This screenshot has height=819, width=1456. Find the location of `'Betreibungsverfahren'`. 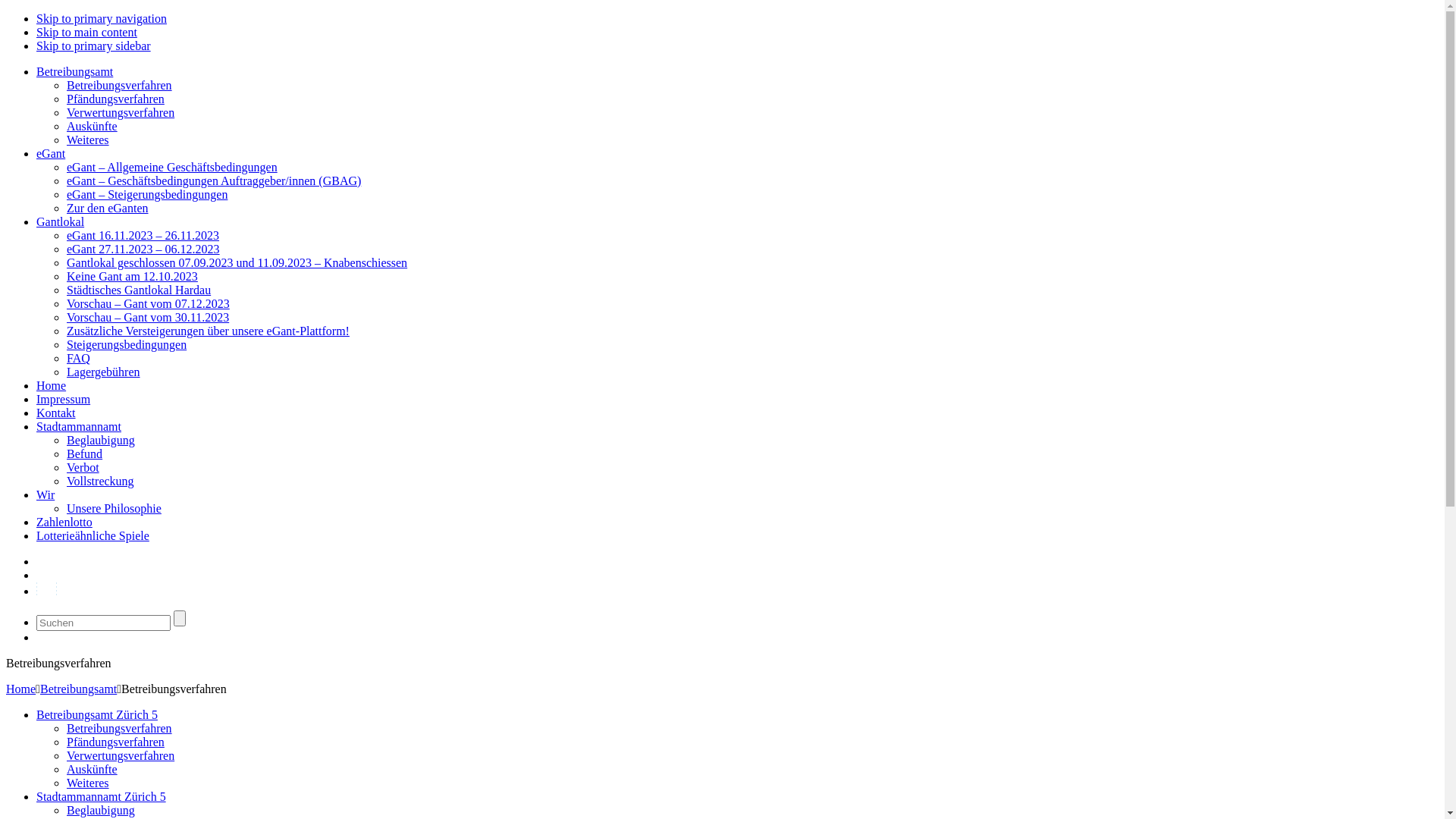

'Betreibungsverfahren' is located at coordinates (65, 85).